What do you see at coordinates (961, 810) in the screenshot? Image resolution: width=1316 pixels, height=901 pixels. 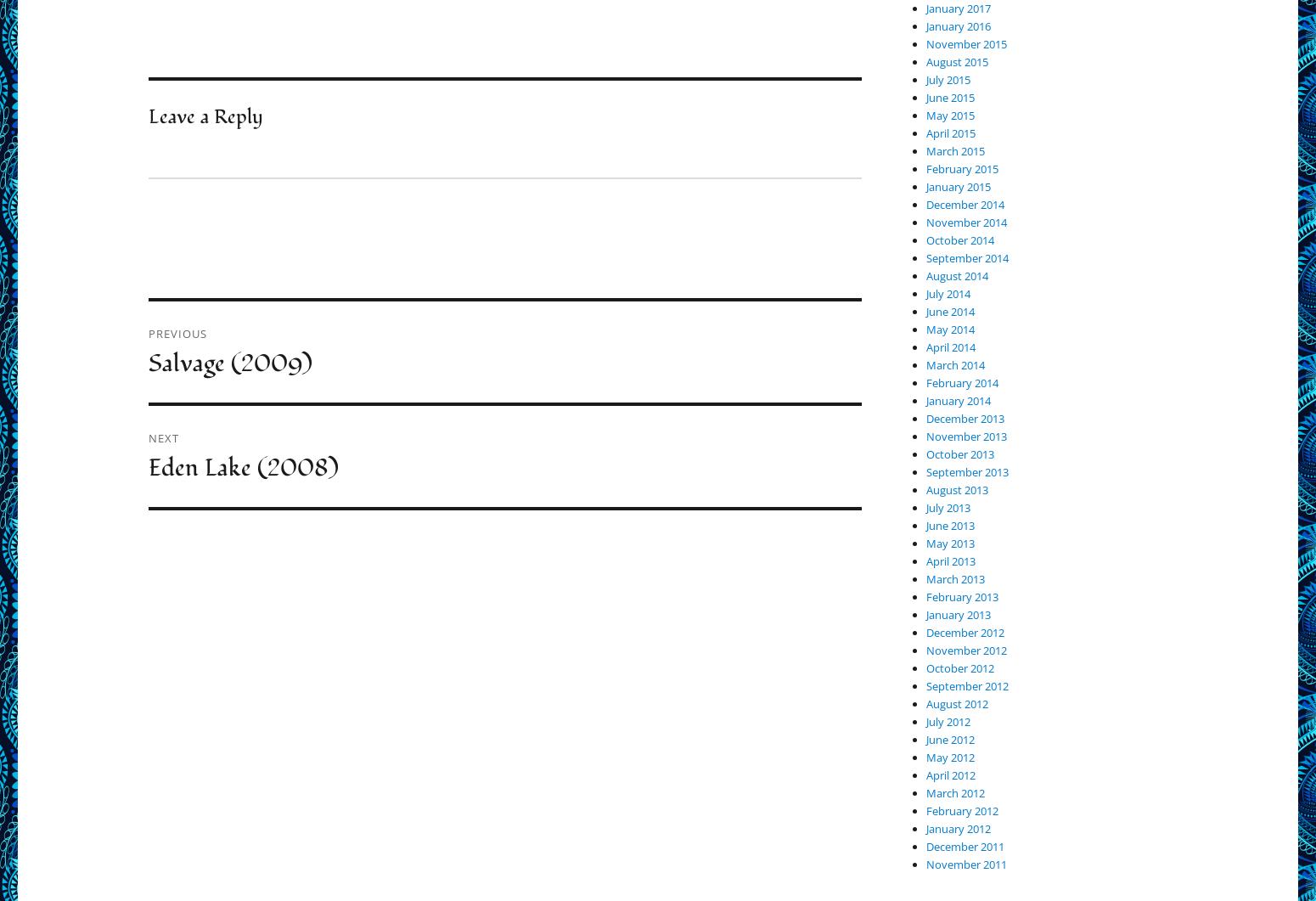 I see `'February 2012'` at bounding box center [961, 810].